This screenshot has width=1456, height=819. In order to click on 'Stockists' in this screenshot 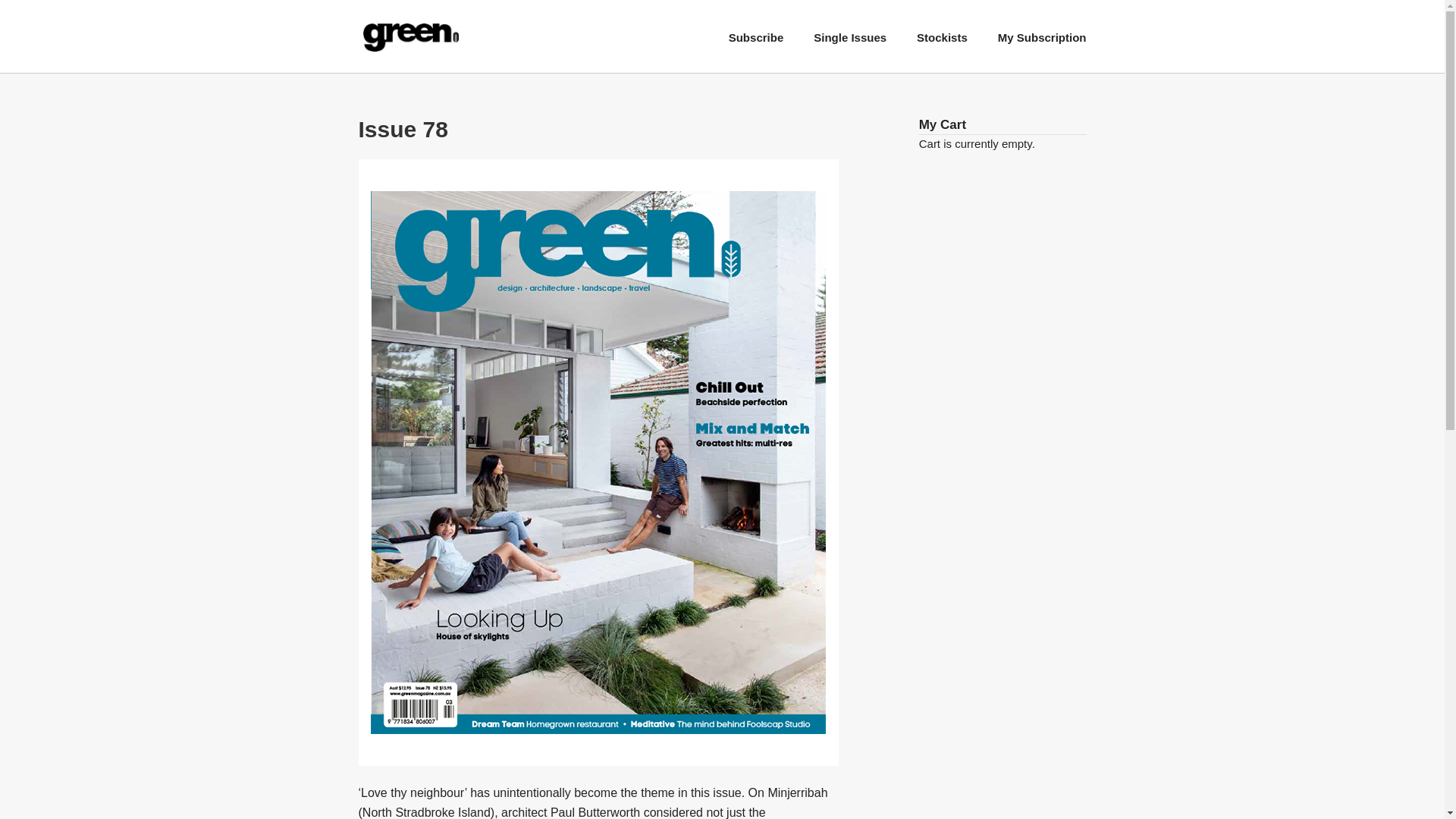, I will do `click(941, 36)`.